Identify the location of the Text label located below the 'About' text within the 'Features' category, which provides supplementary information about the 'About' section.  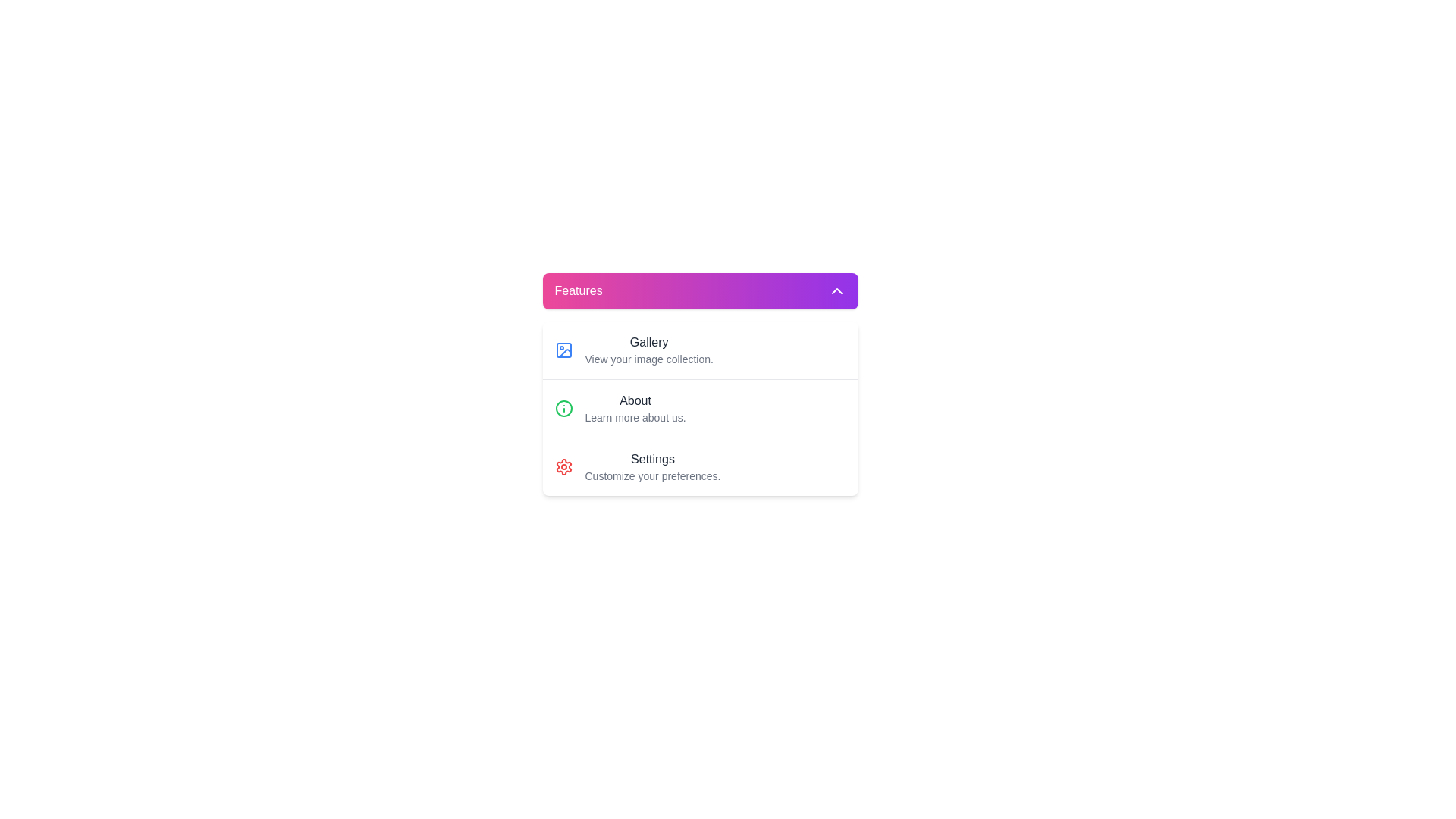
(635, 418).